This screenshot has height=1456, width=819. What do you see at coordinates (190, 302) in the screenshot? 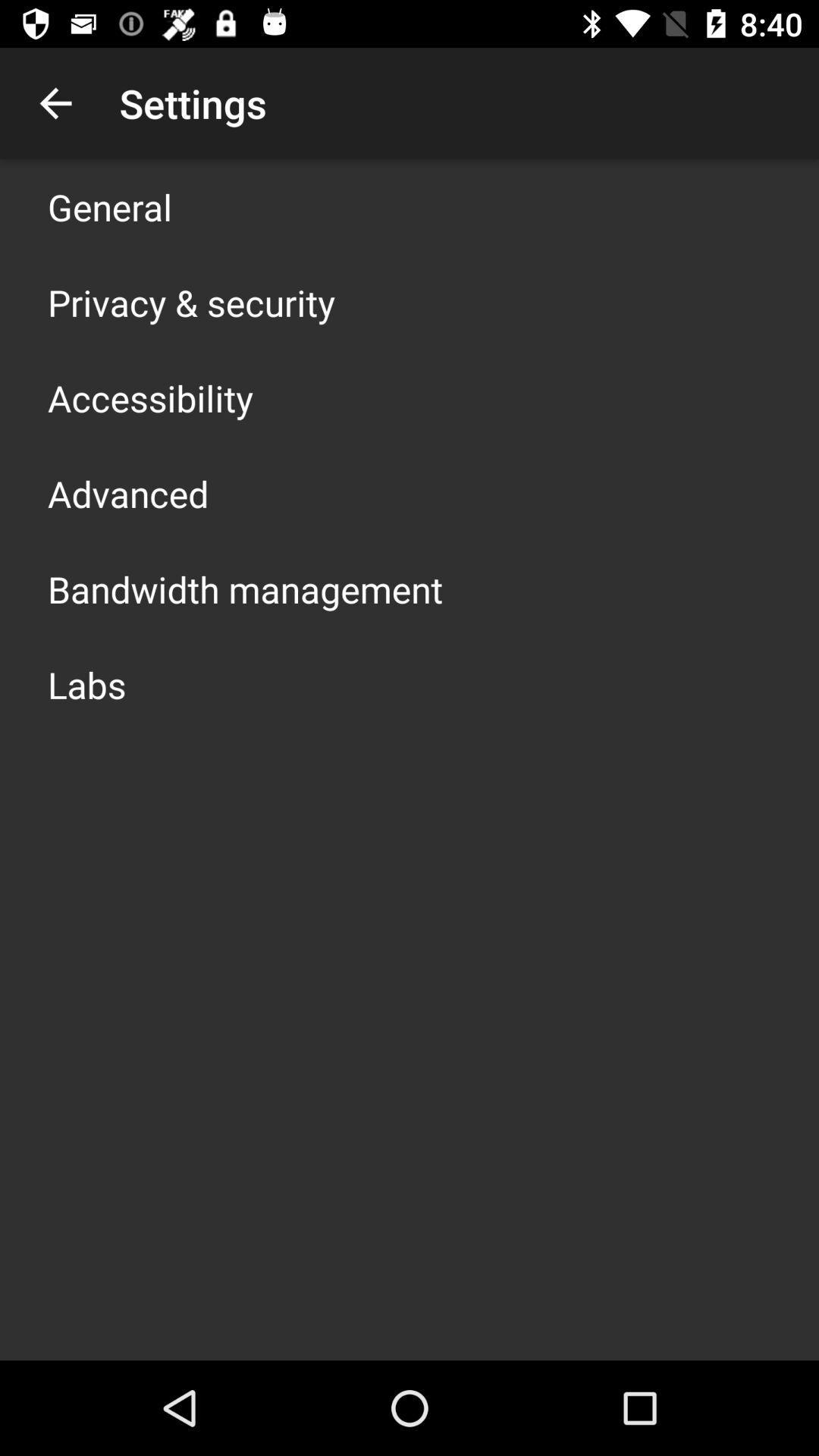
I see `privacy & security` at bounding box center [190, 302].